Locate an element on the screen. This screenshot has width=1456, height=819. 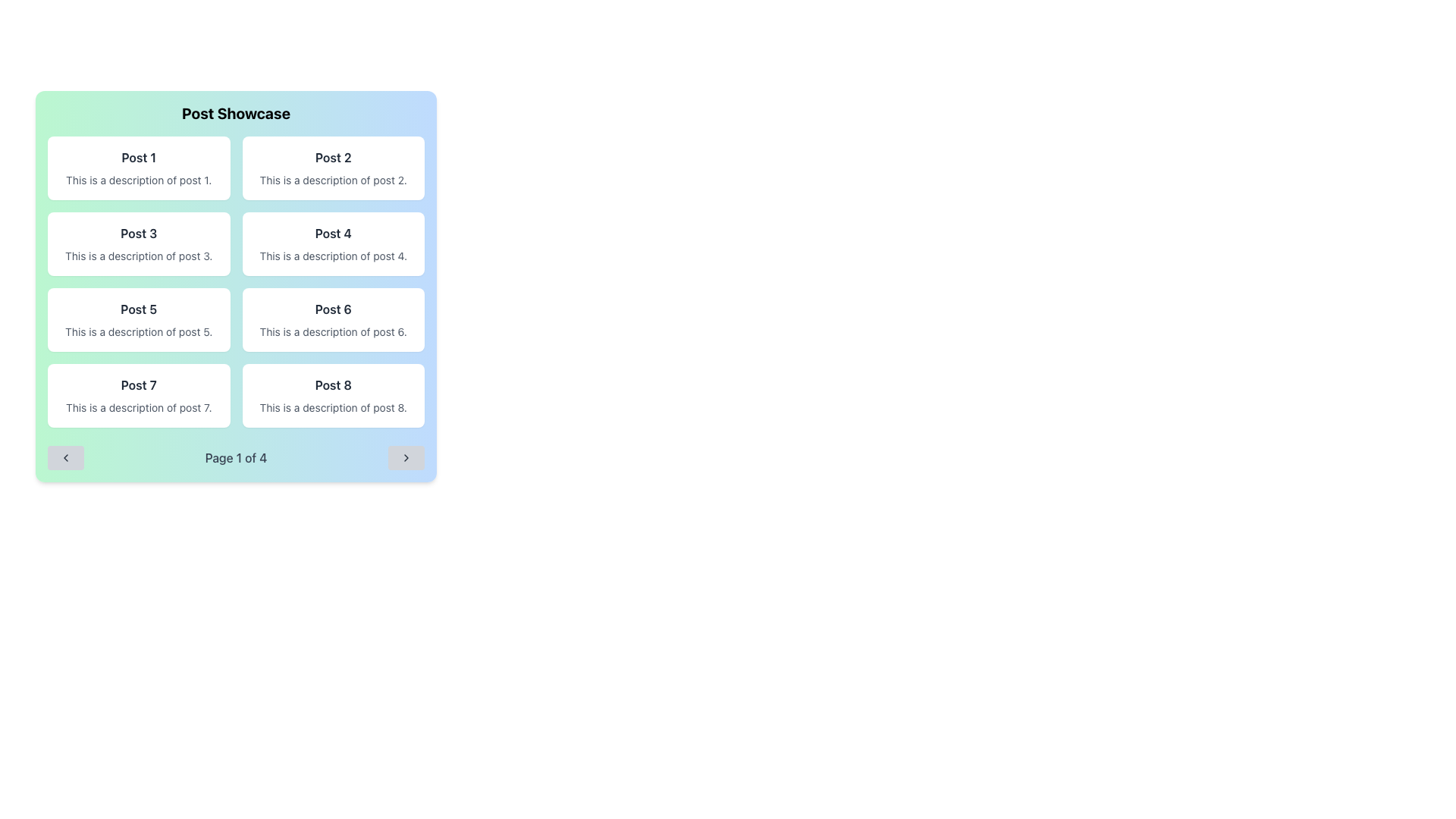
the text element that reads 'This is a description of post 1.' which is styled in gray color and located below the title 'Post 1' in the grid layout of the 'Post Showcase' panel is located at coordinates (139, 180).